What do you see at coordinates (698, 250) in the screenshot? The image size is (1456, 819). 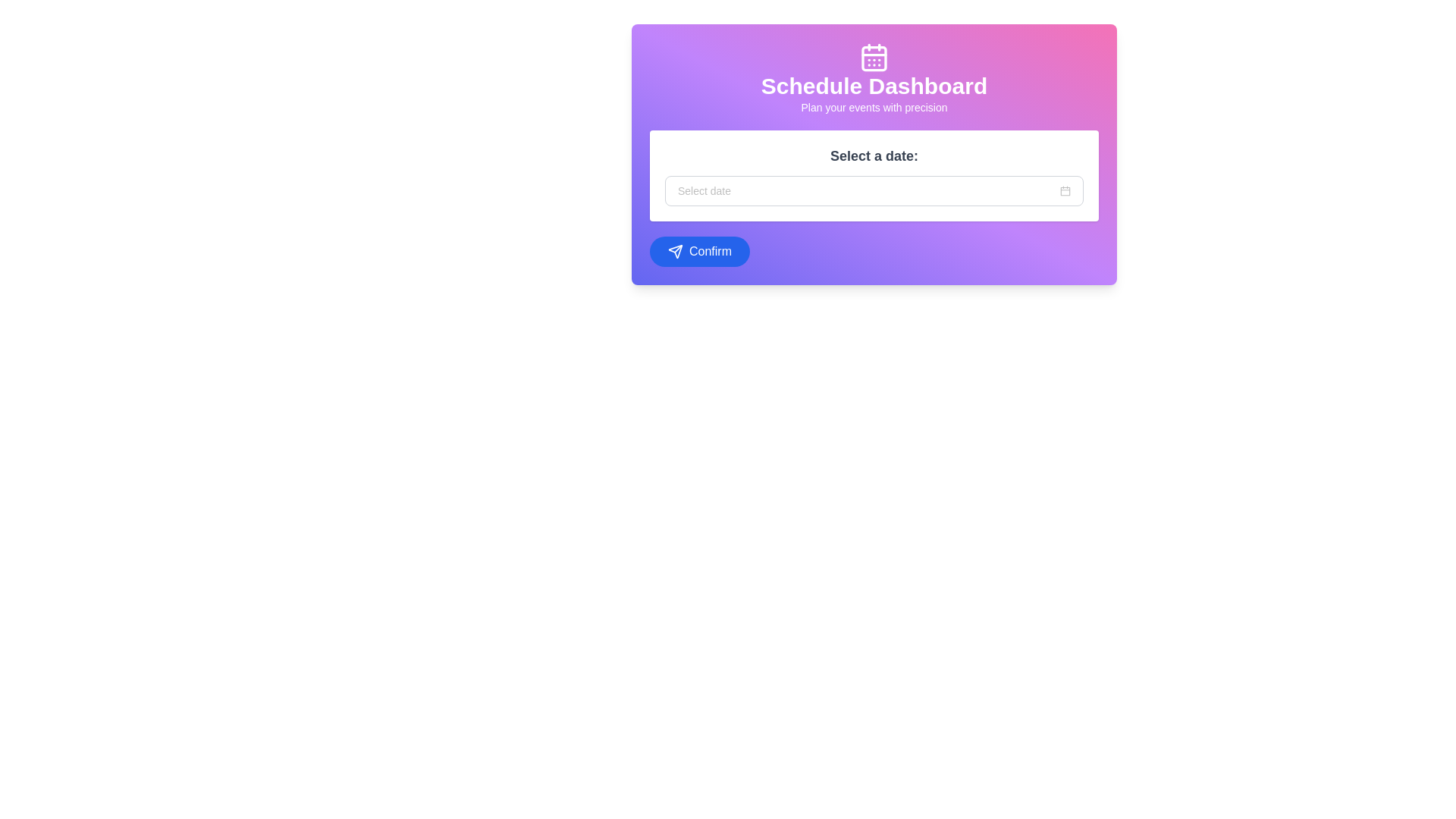 I see `the 'Confirm' button with a blue background and a paper plane icon, located at the bottom left of the purple rectangle section` at bounding box center [698, 250].